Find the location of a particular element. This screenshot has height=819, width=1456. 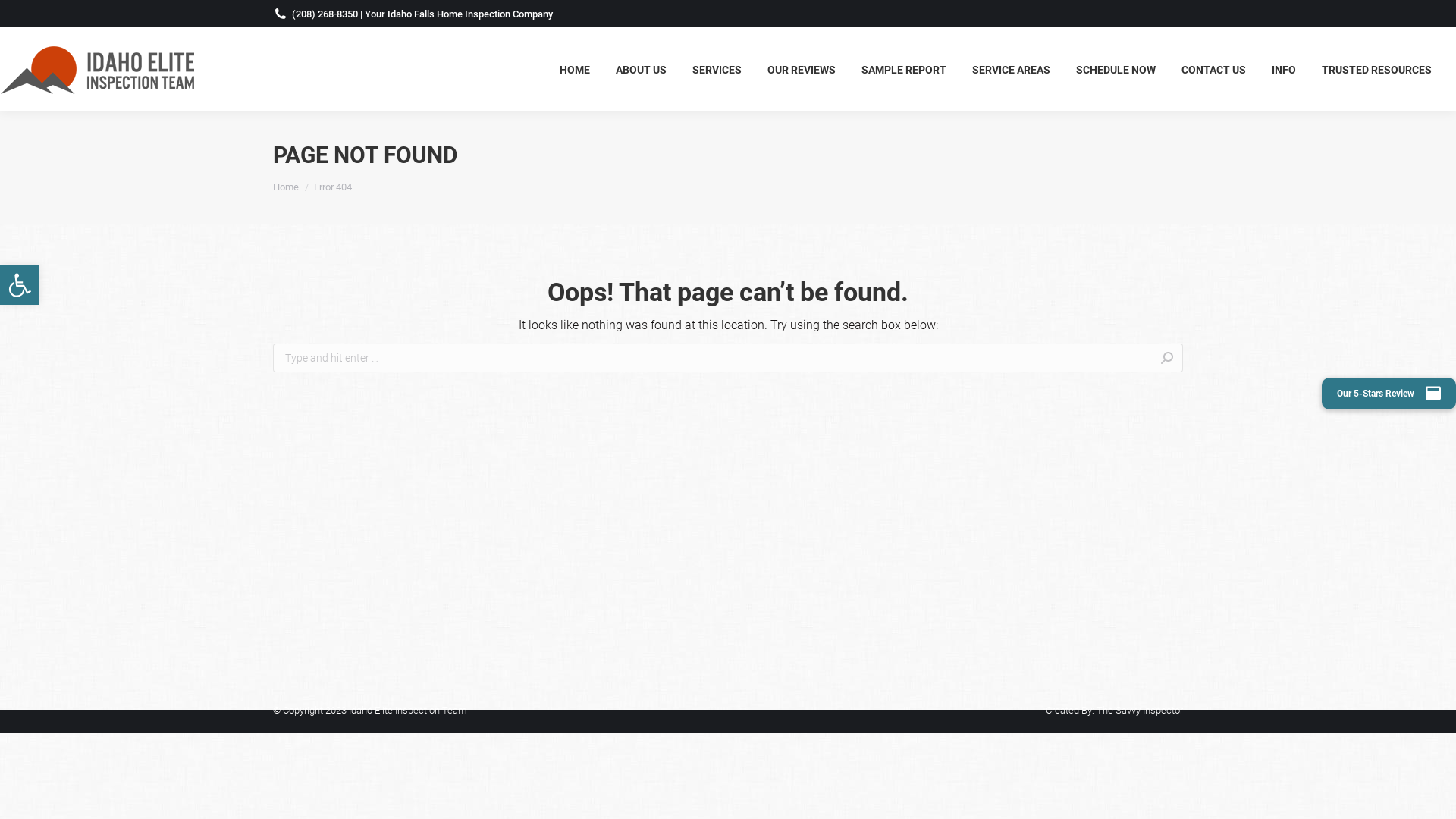

'Go!' is located at coordinates (1205, 359).